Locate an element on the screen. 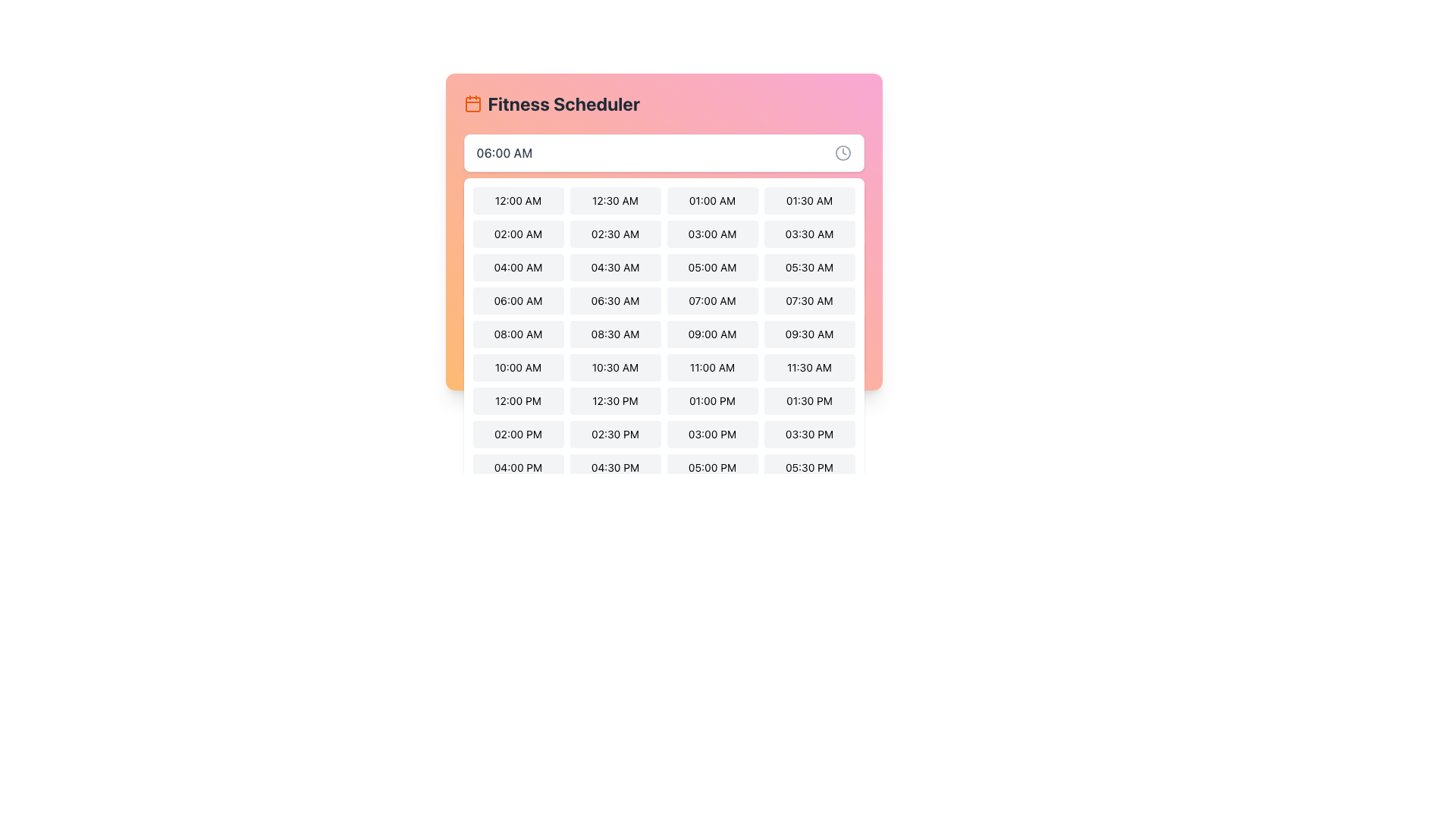  the Time option button labeled '05:00 AM' with soft rounded corners in the third column, third row of the grid layout in the Fitness Scheduler menu is located at coordinates (711, 267).